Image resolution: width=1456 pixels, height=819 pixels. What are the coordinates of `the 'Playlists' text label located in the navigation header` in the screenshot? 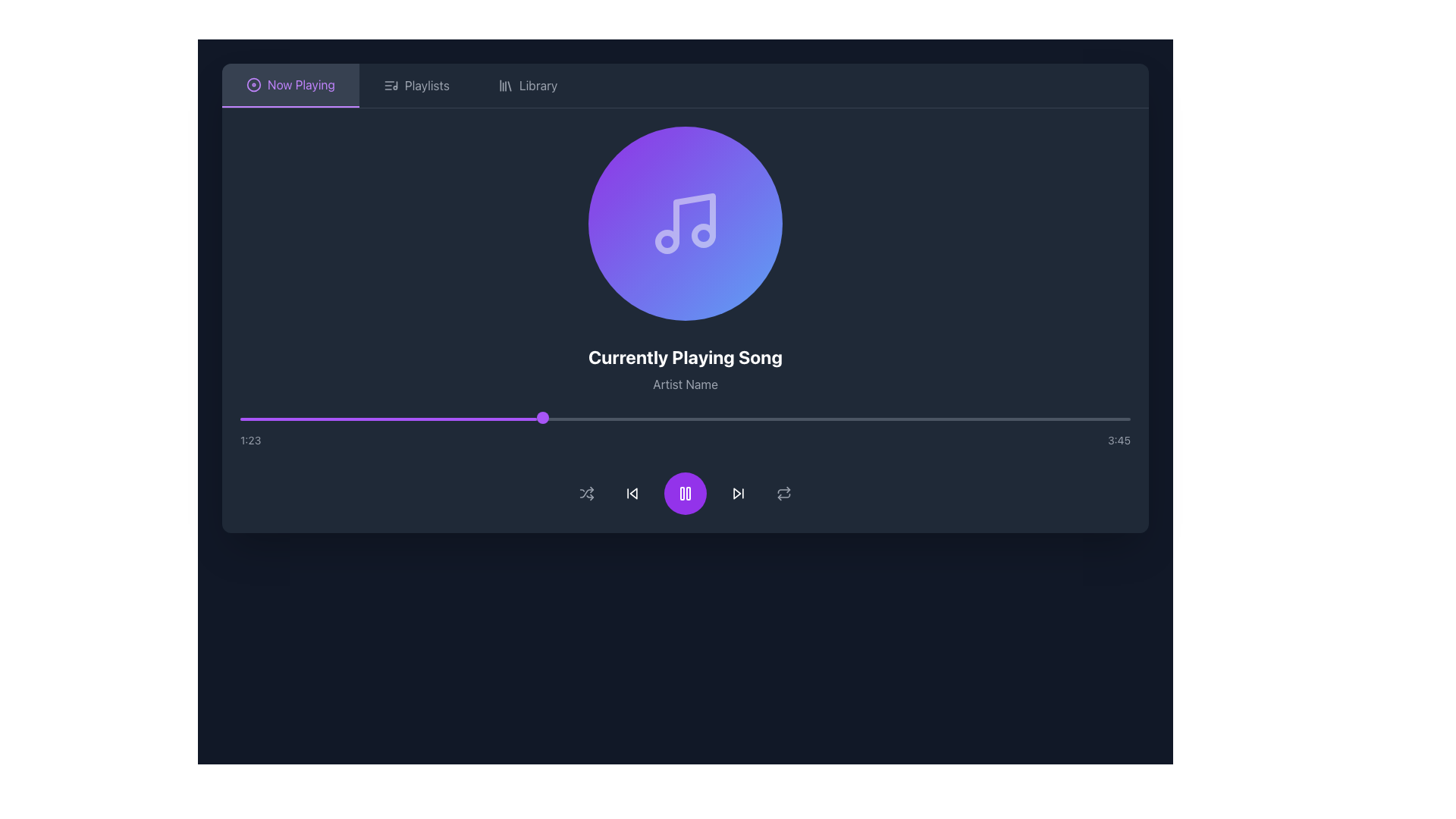 It's located at (426, 85).